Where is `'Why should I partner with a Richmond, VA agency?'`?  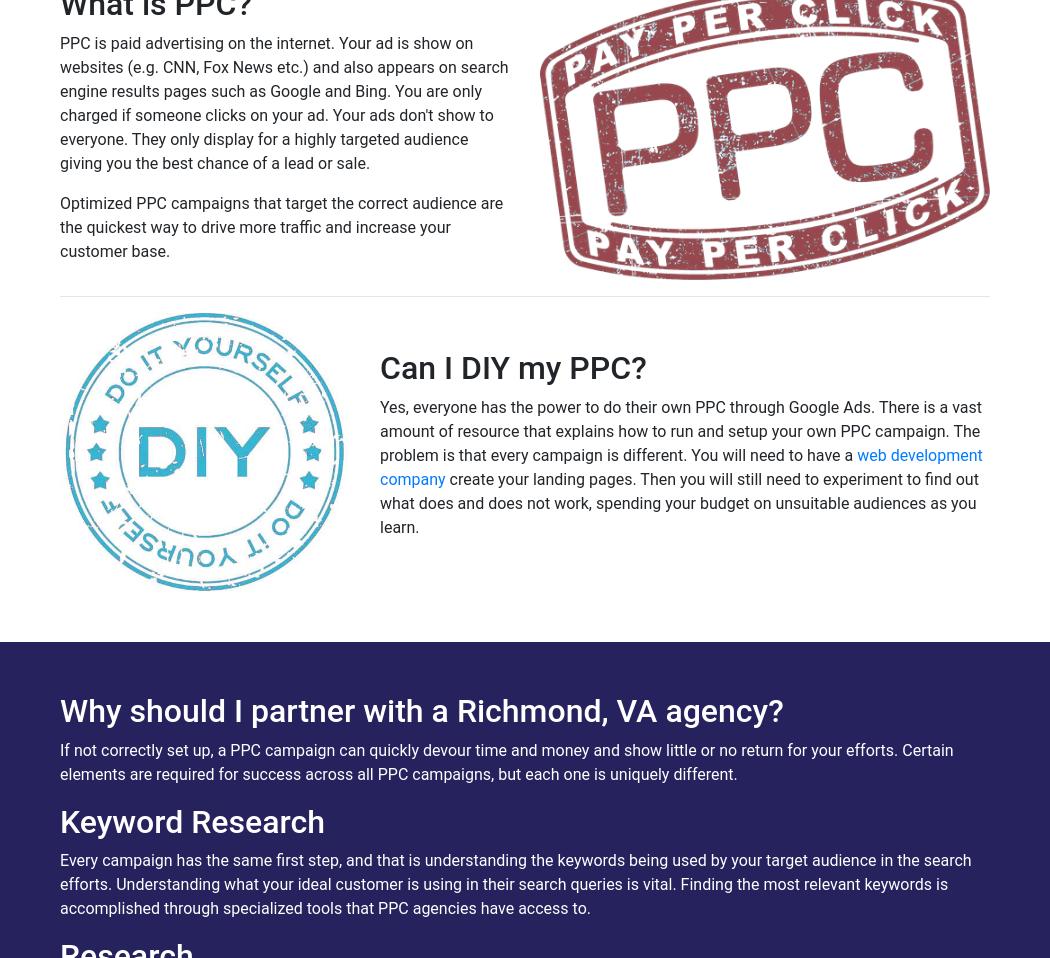 'Why should I partner with a Richmond, VA agency?' is located at coordinates (420, 710).